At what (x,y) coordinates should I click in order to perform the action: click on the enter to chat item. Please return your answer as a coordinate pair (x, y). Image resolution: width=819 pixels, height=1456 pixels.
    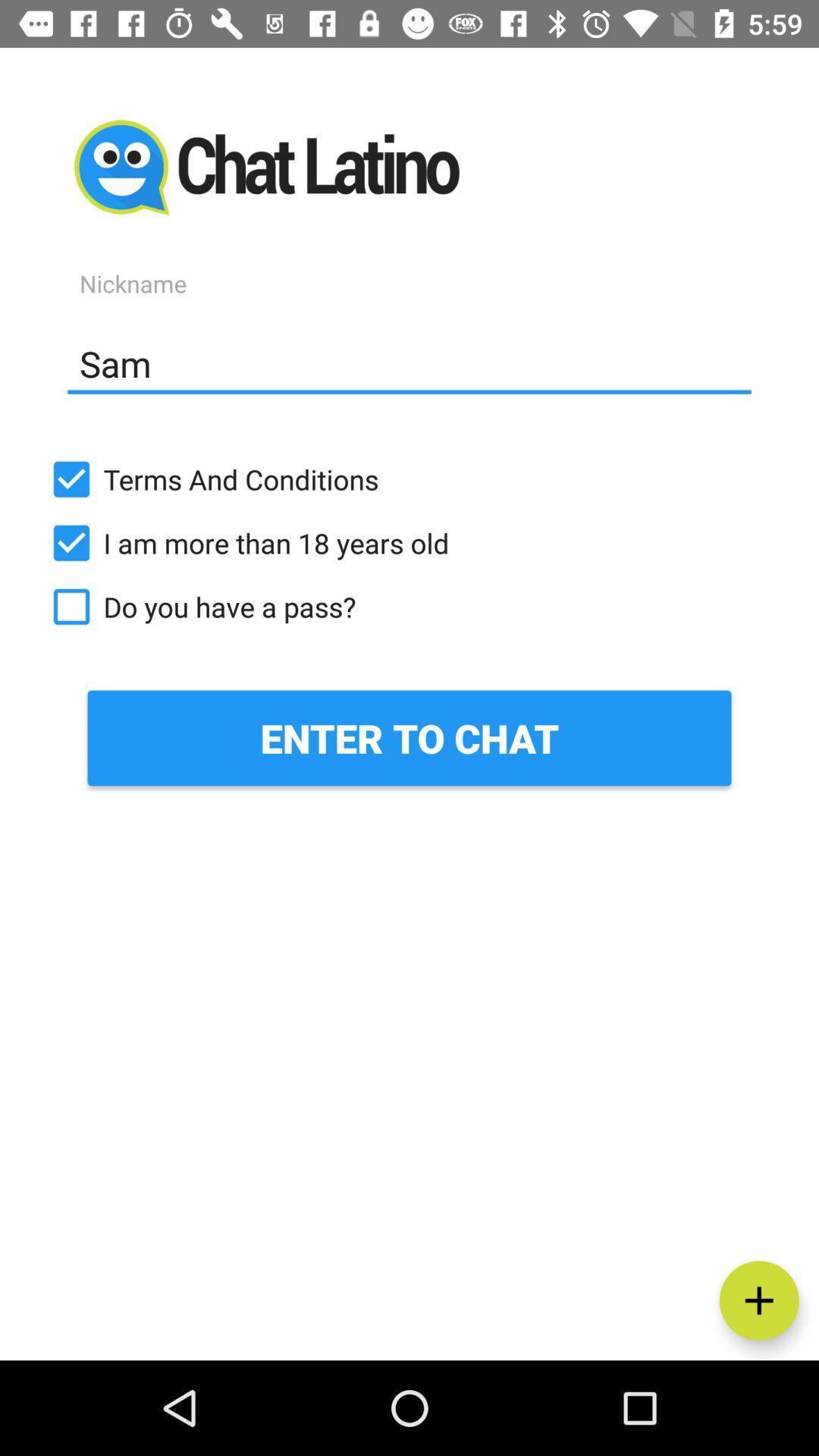
    Looking at the image, I should click on (409, 738).